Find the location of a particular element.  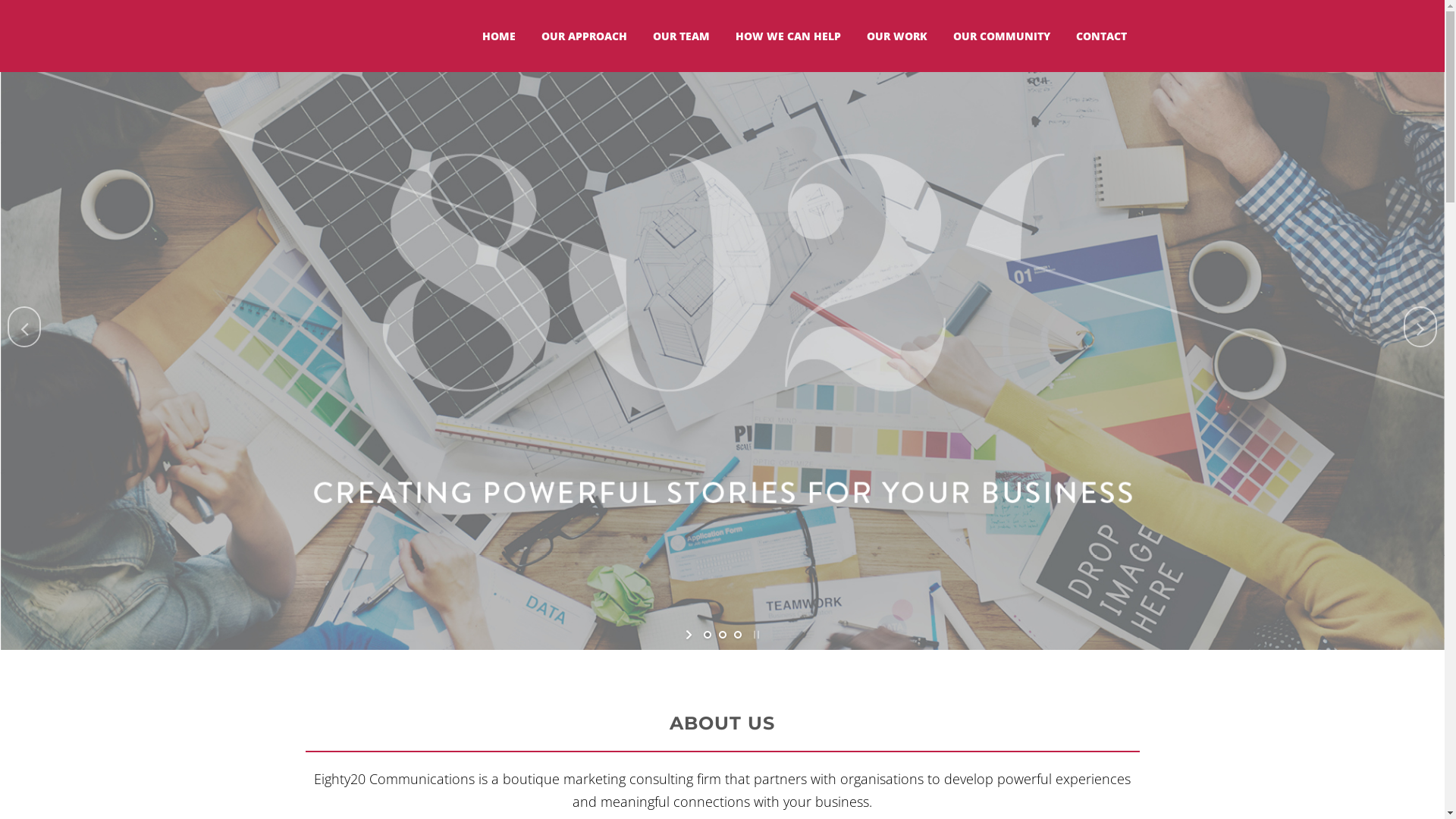

'CONTACT' is located at coordinates (1101, 35).